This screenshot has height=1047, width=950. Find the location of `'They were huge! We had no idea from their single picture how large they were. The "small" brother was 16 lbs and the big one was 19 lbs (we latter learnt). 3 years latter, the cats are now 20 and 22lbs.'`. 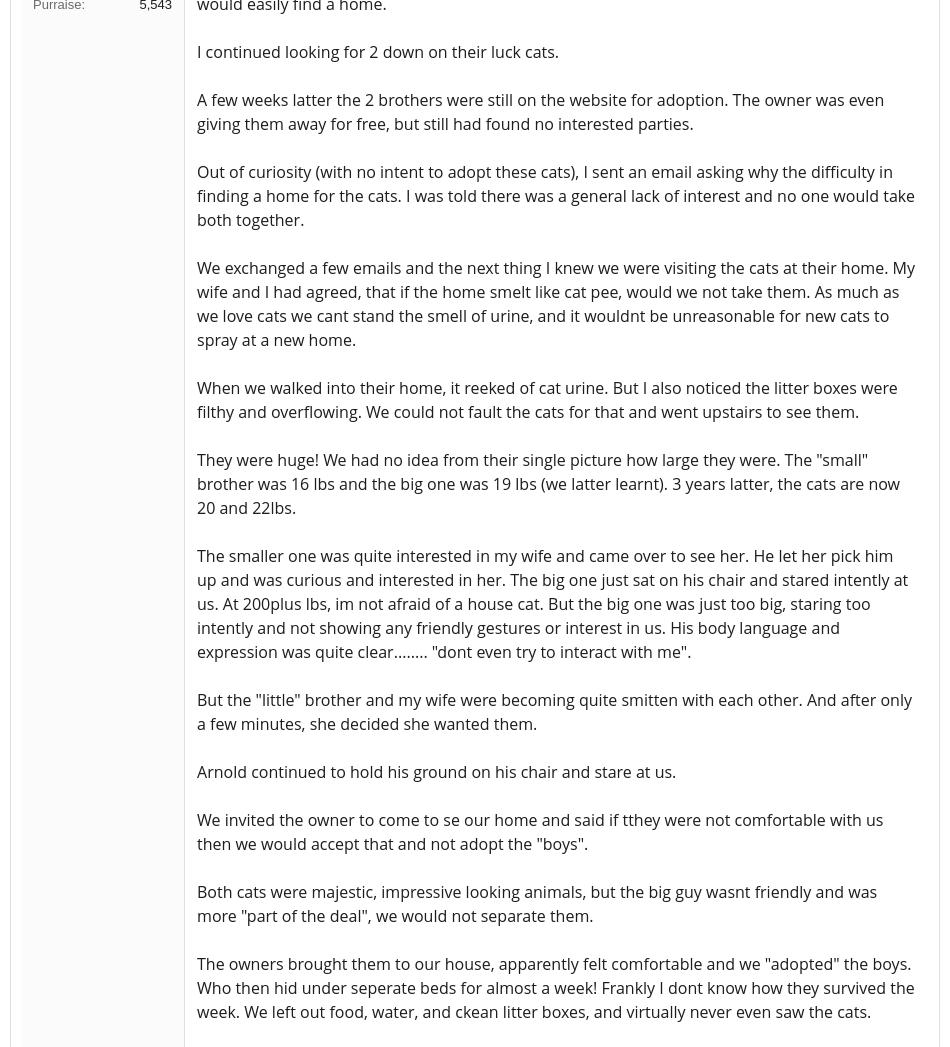

'They were huge! We had no idea from their single picture how large they were. The "small" brother was 16 lbs and the big one was 19 lbs (we latter learnt). 3 years latter, the cats are now 20 and 22lbs.' is located at coordinates (548, 481).